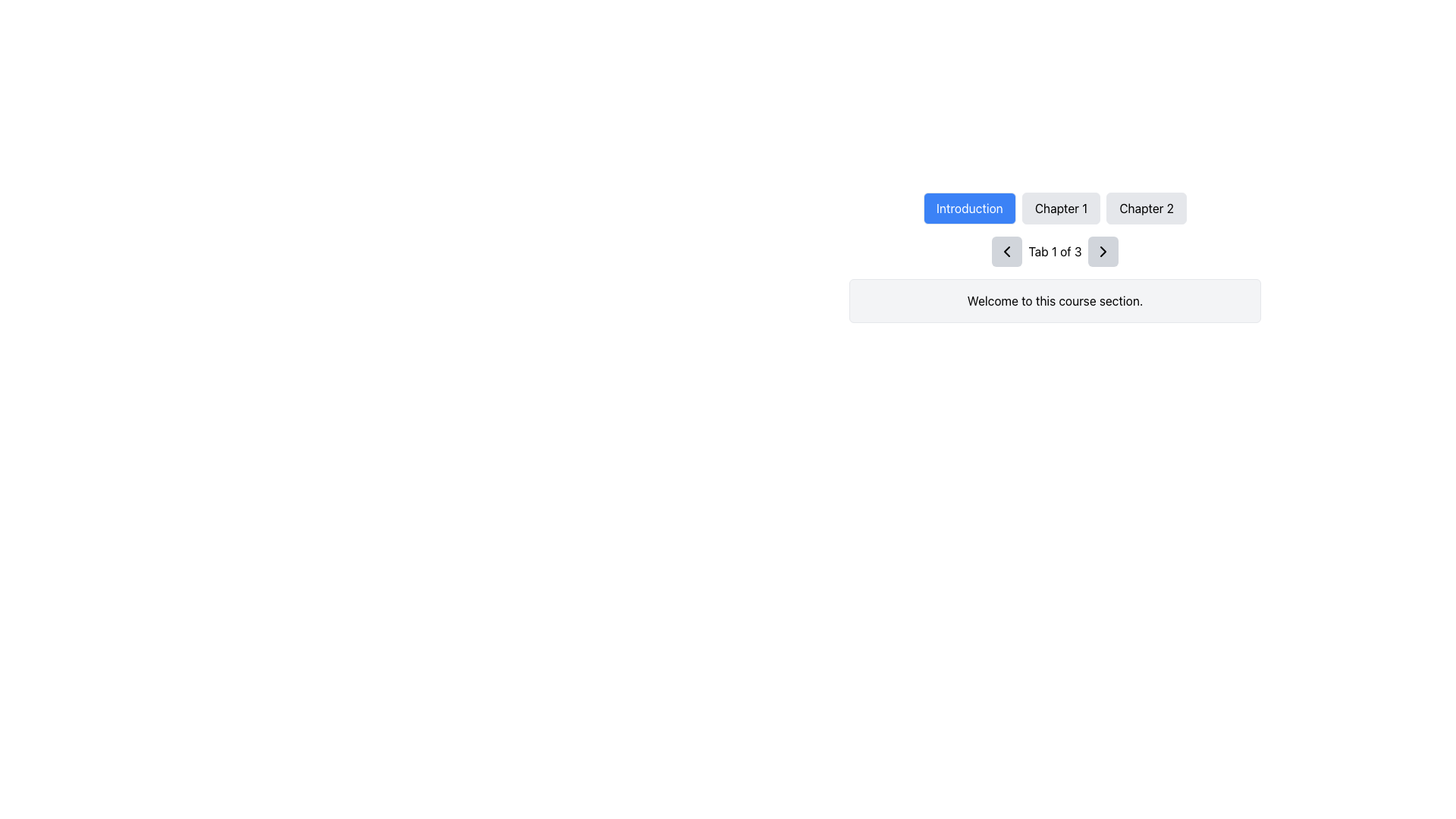 The image size is (1456, 819). What do you see at coordinates (1060, 208) in the screenshot?
I see `the 'Chapter 1' button, which is a rectangular button with a light gray background and black text` at bounding box center [1060, 208].